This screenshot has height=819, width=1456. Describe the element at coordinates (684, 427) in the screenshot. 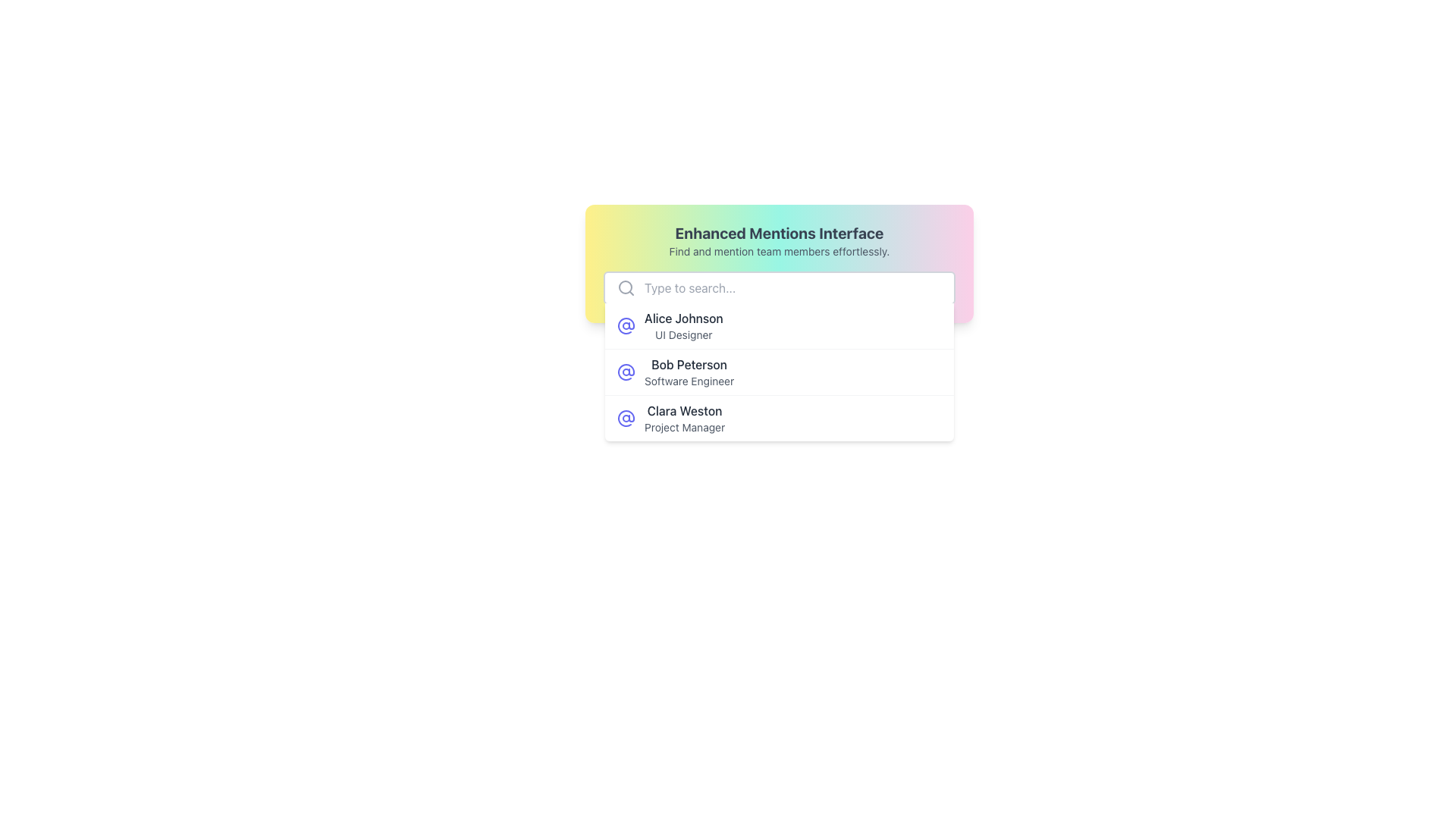

I see `the text label providing descriptive information about 'Clara Weston', which is the secondary text in the third list item of the dropdown interface` at that location.